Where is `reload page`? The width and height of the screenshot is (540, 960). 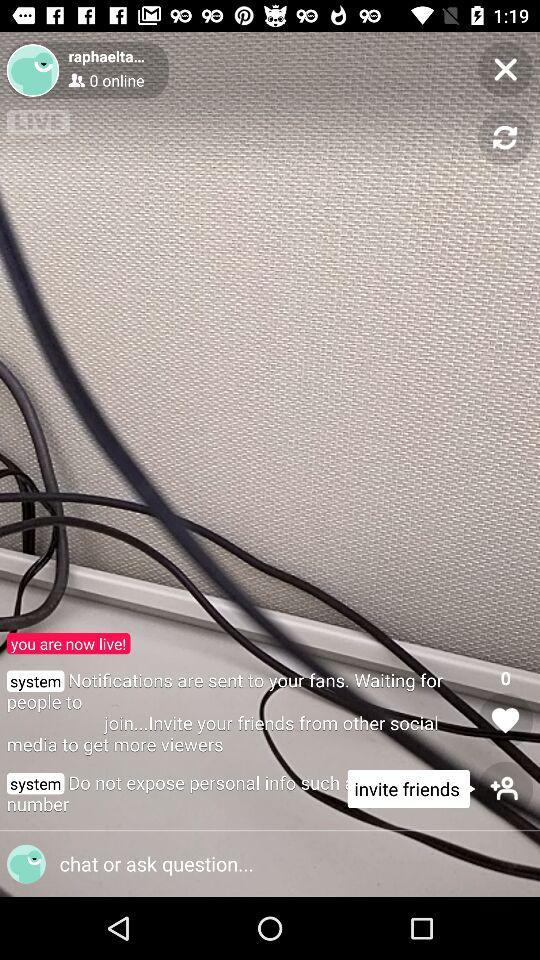
reload page is located at coordinates (504, 137).